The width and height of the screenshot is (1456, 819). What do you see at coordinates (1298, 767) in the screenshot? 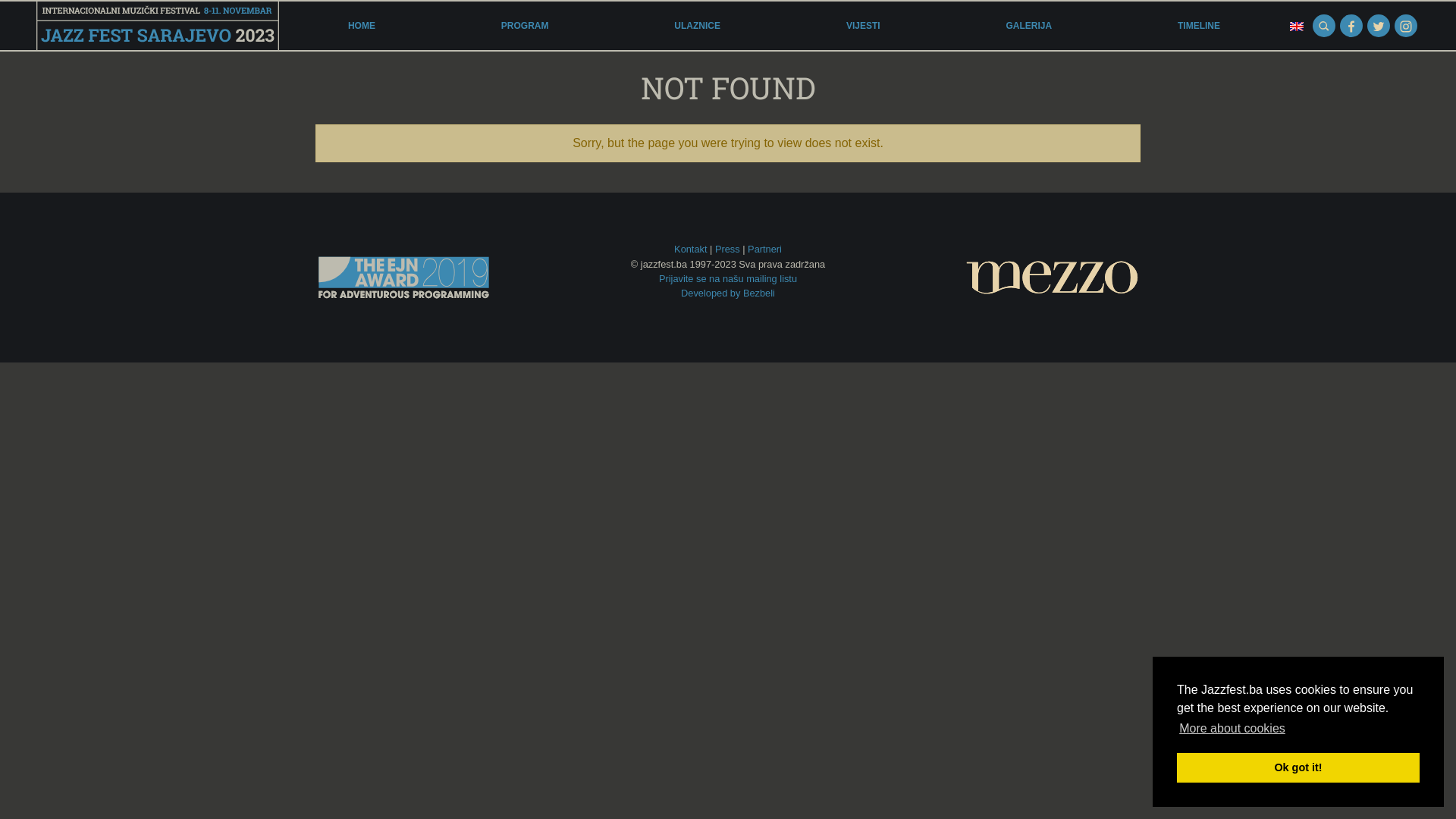
I see `'Ok got it!'` at bounding box center [1298, 767].